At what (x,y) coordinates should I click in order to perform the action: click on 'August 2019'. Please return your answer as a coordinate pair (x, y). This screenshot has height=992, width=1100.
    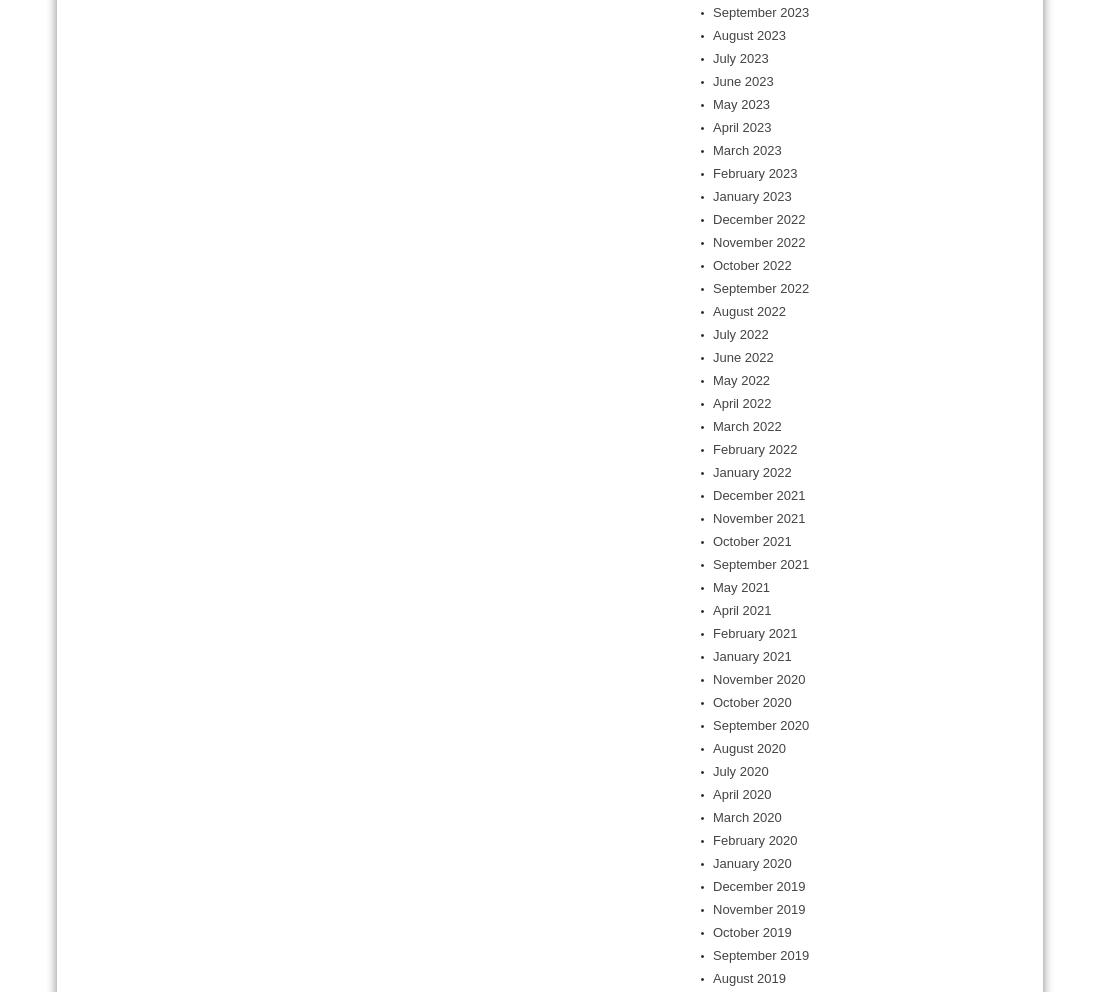
    Looking at the image, I should click on (712, 978).